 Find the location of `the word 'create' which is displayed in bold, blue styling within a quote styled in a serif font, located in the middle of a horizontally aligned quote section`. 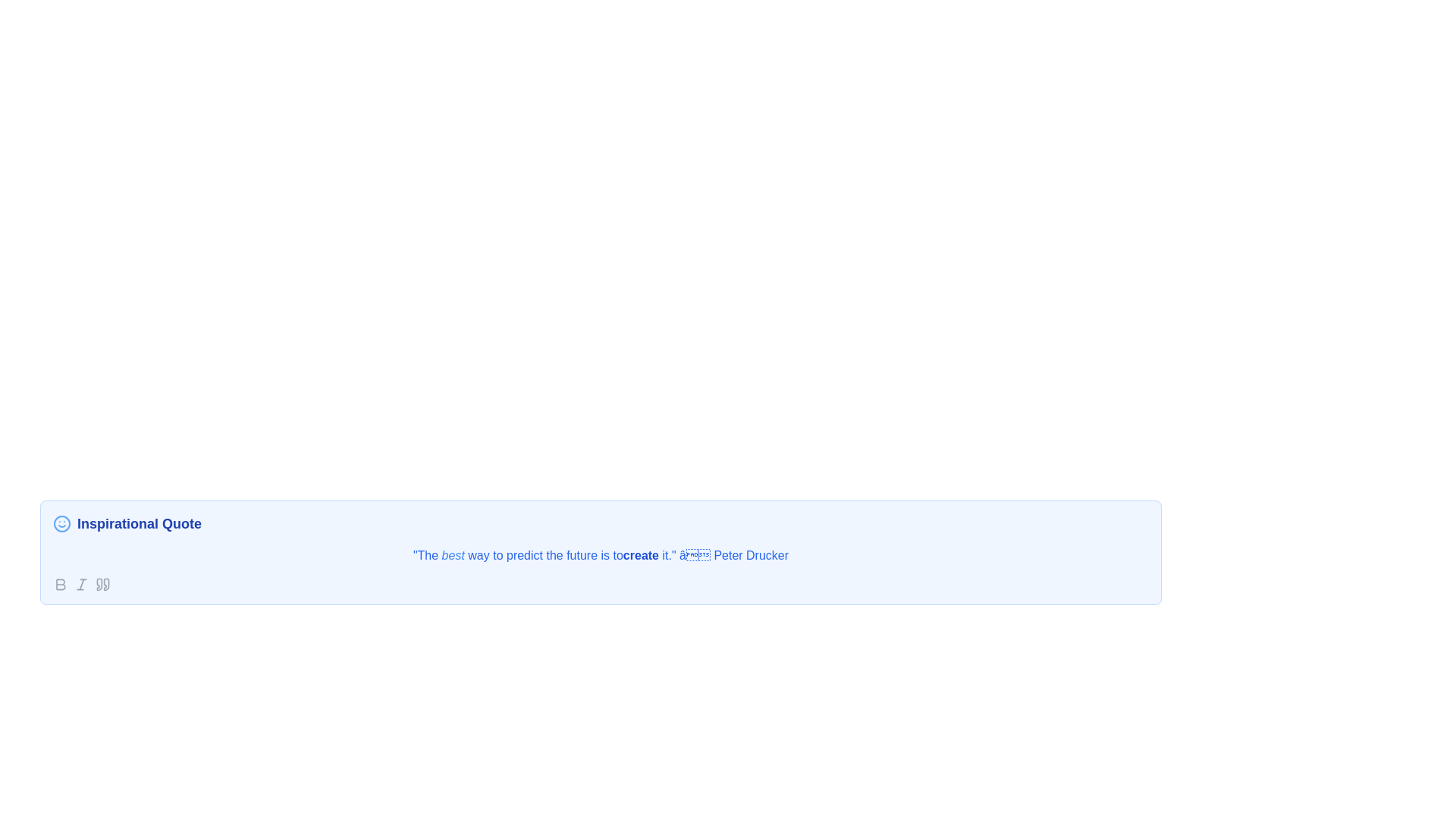

the word 'create' which is displayed in bold, blue styling within a quote styled in a serif font, located in the middle of a horizontally aligned quote section is located at coordinates (641, 555).